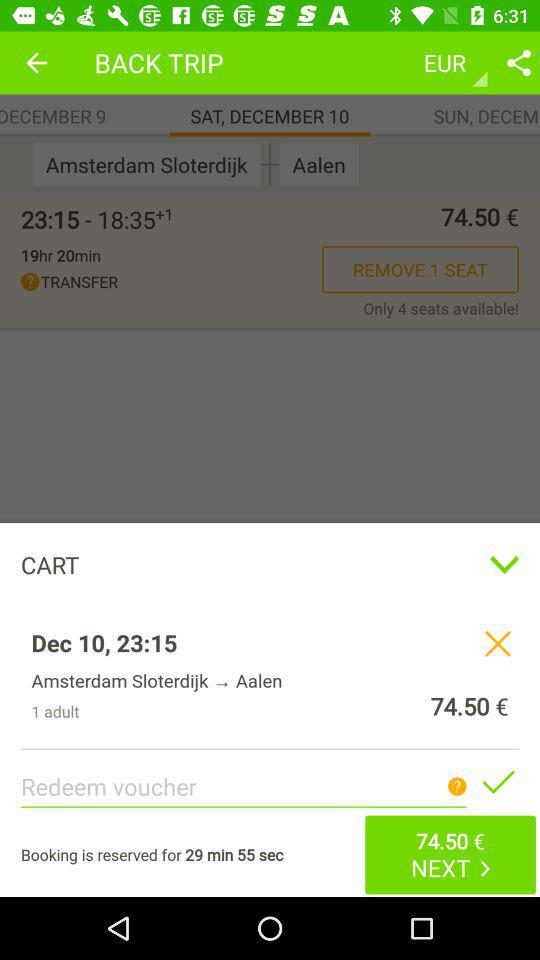 The height and width of the screenshot is (960, 540). Describe the element at coordinates (496, 642) in the screenshot. I see `the close icon` at that location.